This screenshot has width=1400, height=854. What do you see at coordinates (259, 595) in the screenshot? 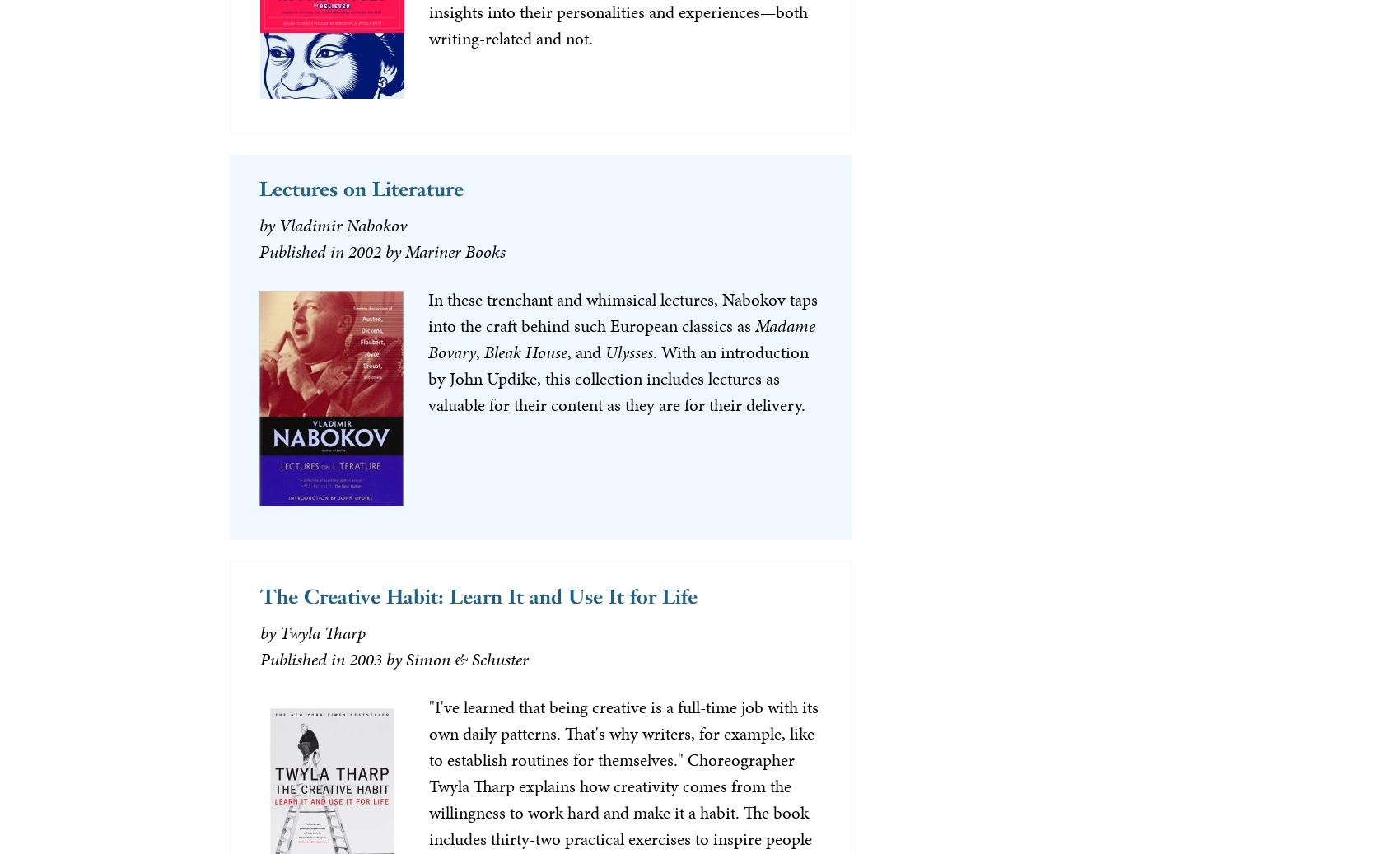
I see `'The Creative Habit: Learn It and Use It for Life'` at bounding box center [259, 595].